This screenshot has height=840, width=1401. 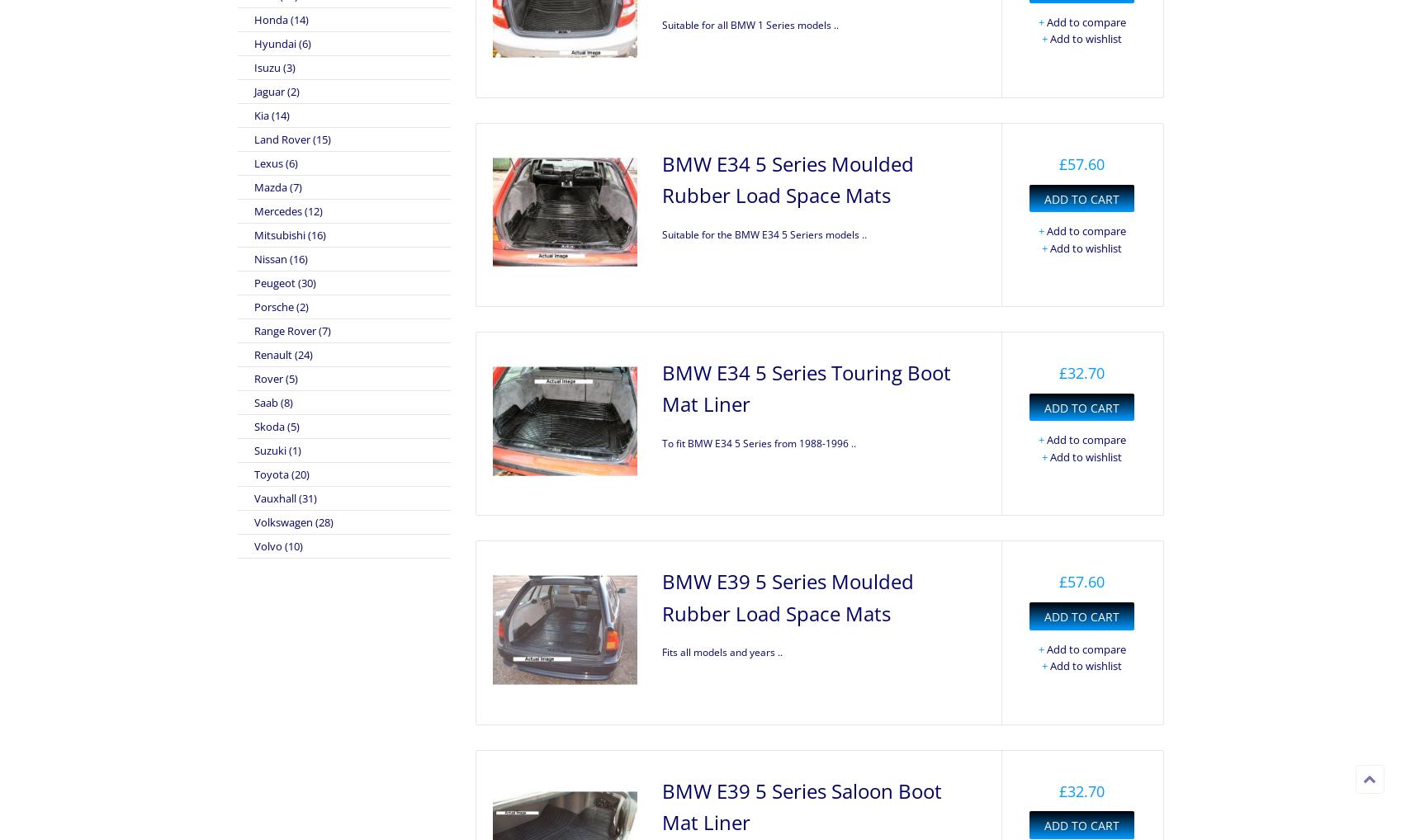 I want to click on 'Peugeot (30)', so click(x=284, y=281).